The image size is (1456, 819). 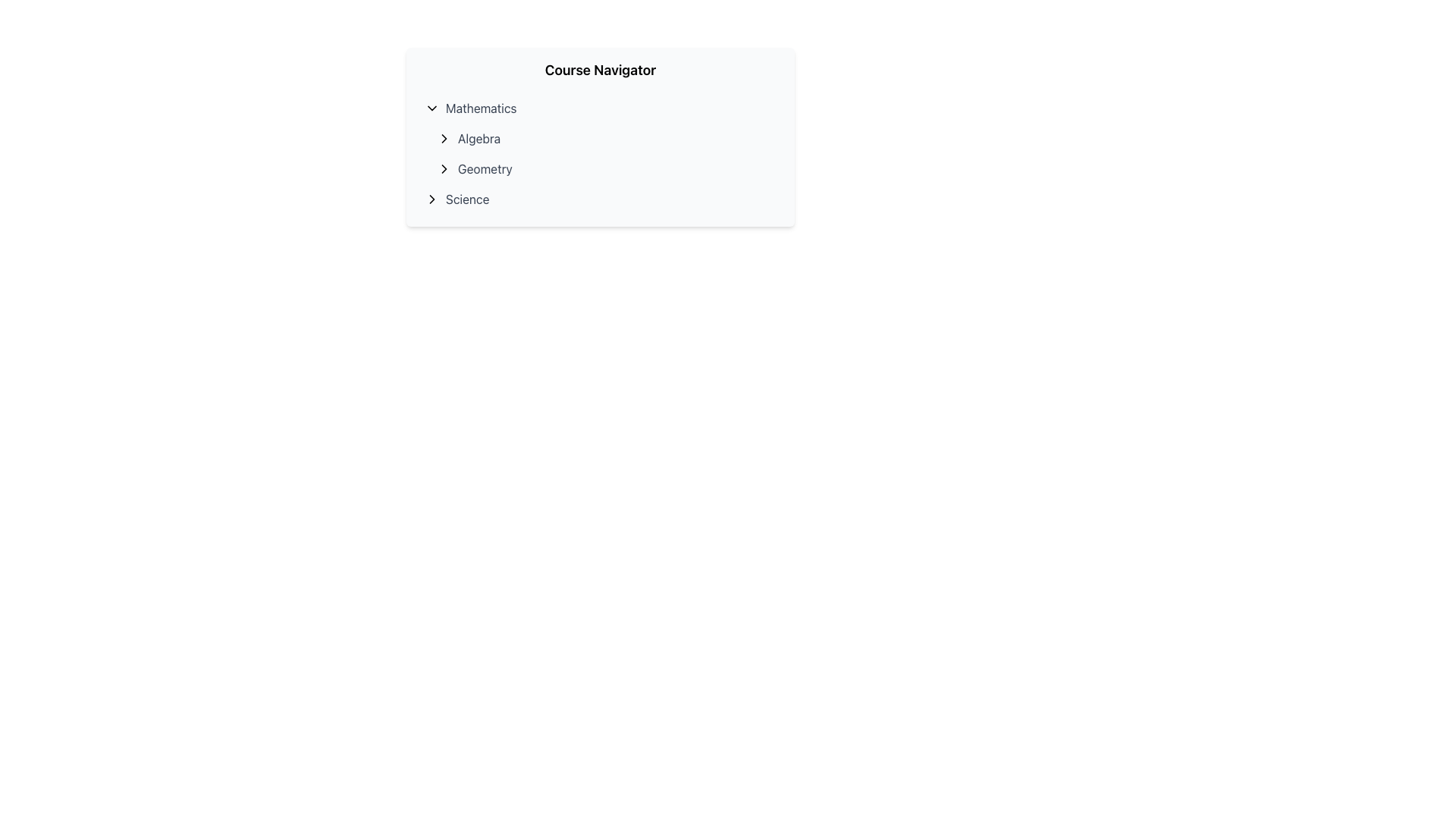 I want to click on the arrow icon indicating an expandable or collapsible node in the Course Navigator panel, next to the 'Geometry' label under 'Mathematics', so click(x=443, y=169).